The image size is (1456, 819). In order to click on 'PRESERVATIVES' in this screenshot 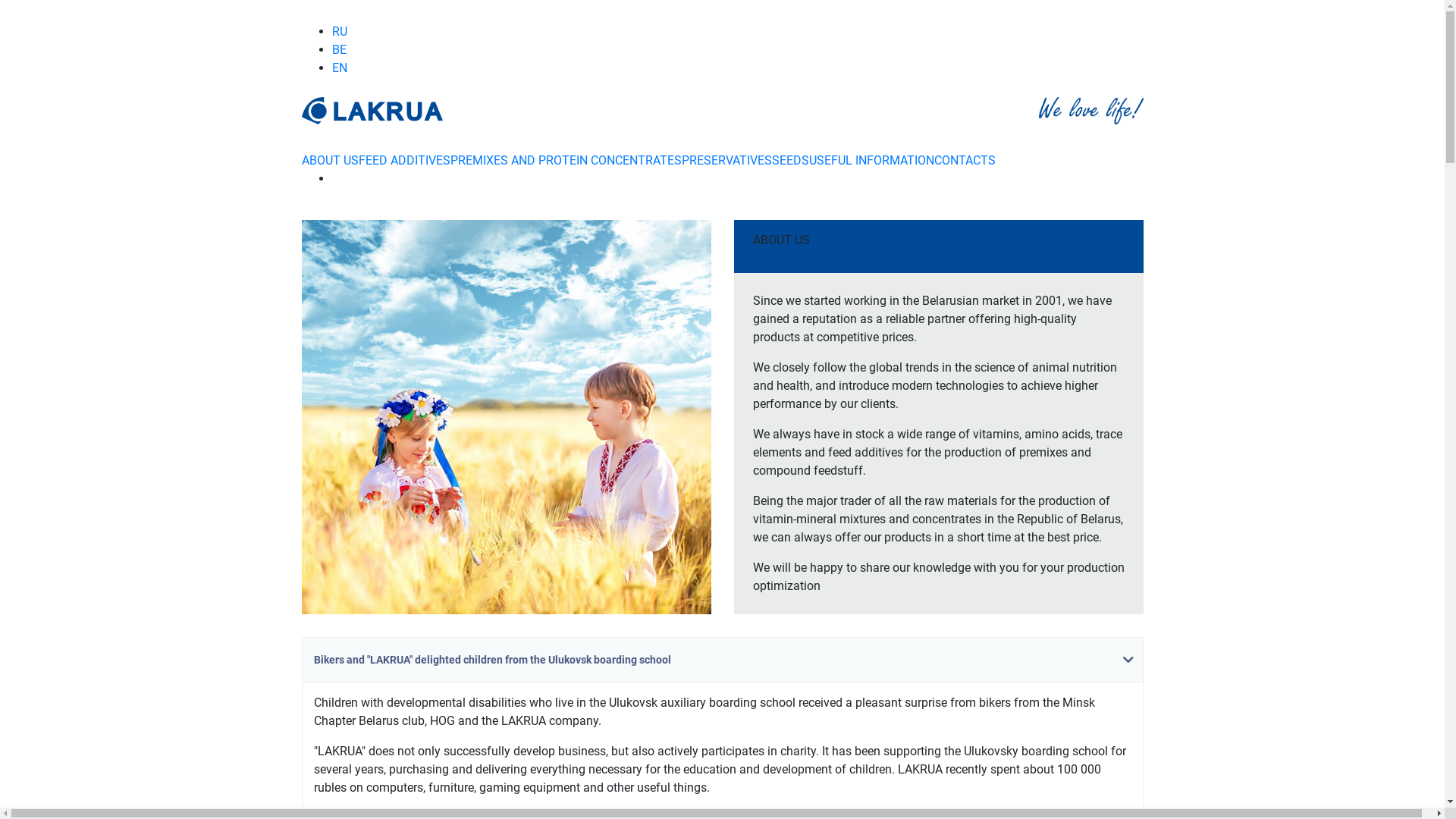, I will do `click(679, 160)`.